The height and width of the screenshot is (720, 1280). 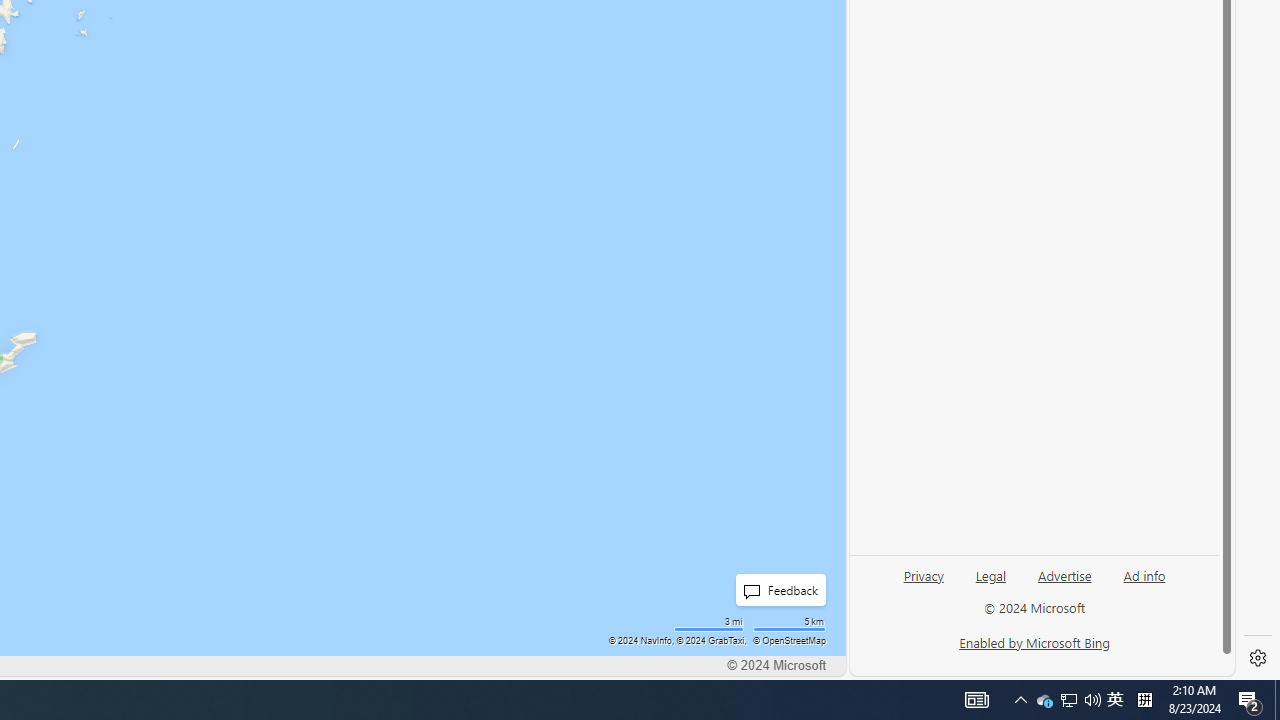 What do you see at coordinates (990, 583) in the screenshot?
I see `'Legal'` at bounding box center [990, 583].